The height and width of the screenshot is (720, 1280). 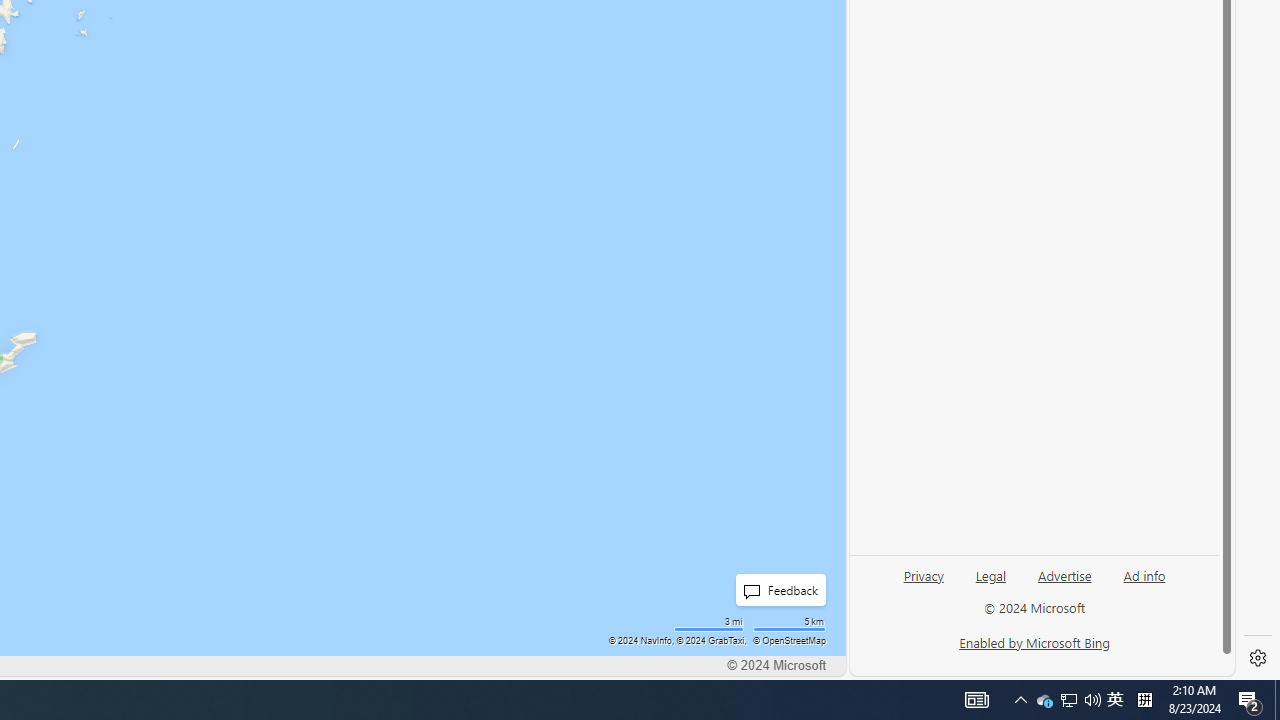 What do you see at coordinates (990, 583) in the screenshot?
I see `'Legal'` at bounding box center [990, 583].